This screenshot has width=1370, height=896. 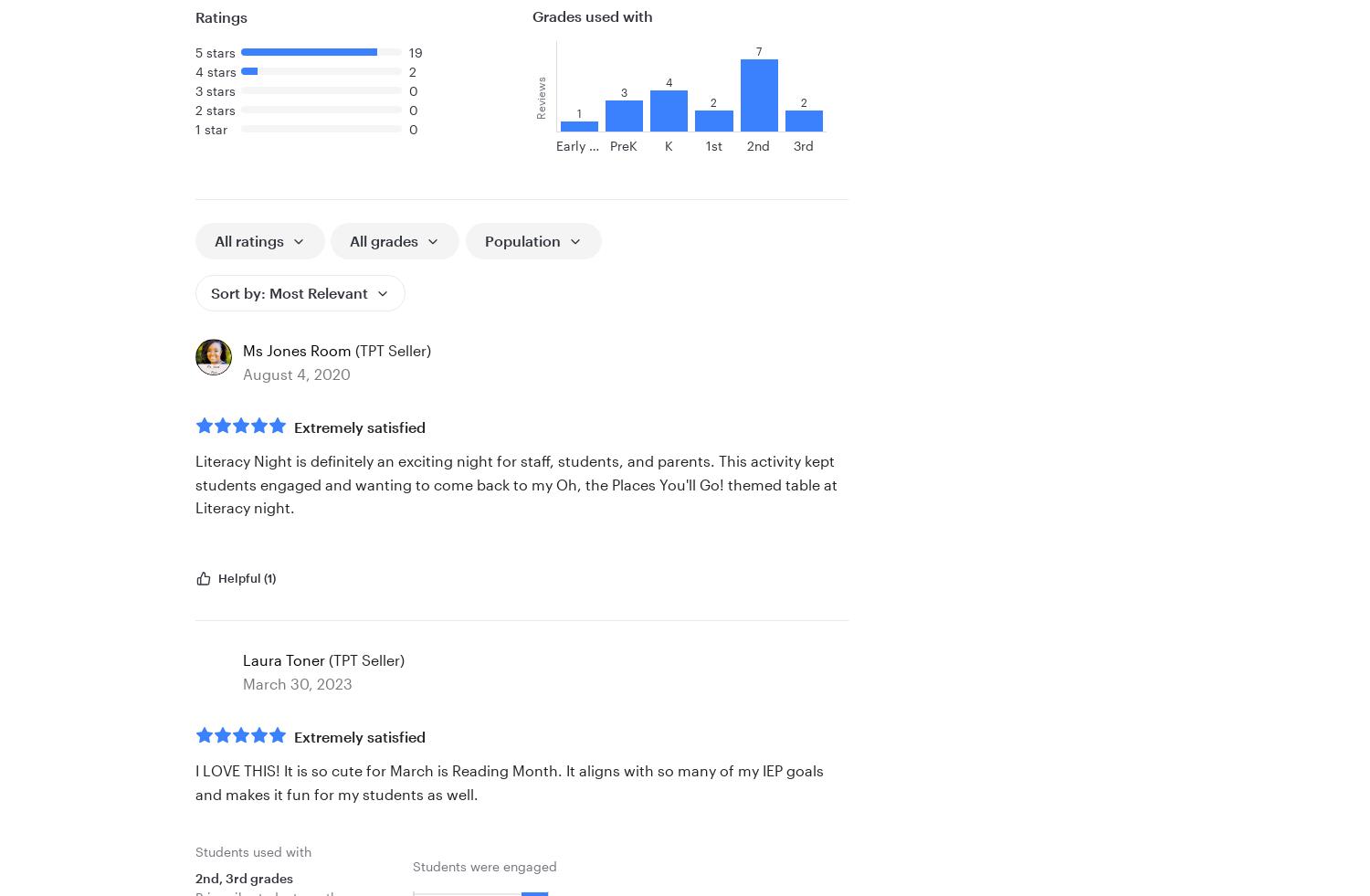 What do you see at coordinates (667, 144) in the screenshot?
I see `'K'` at bounding box center [667, 144].